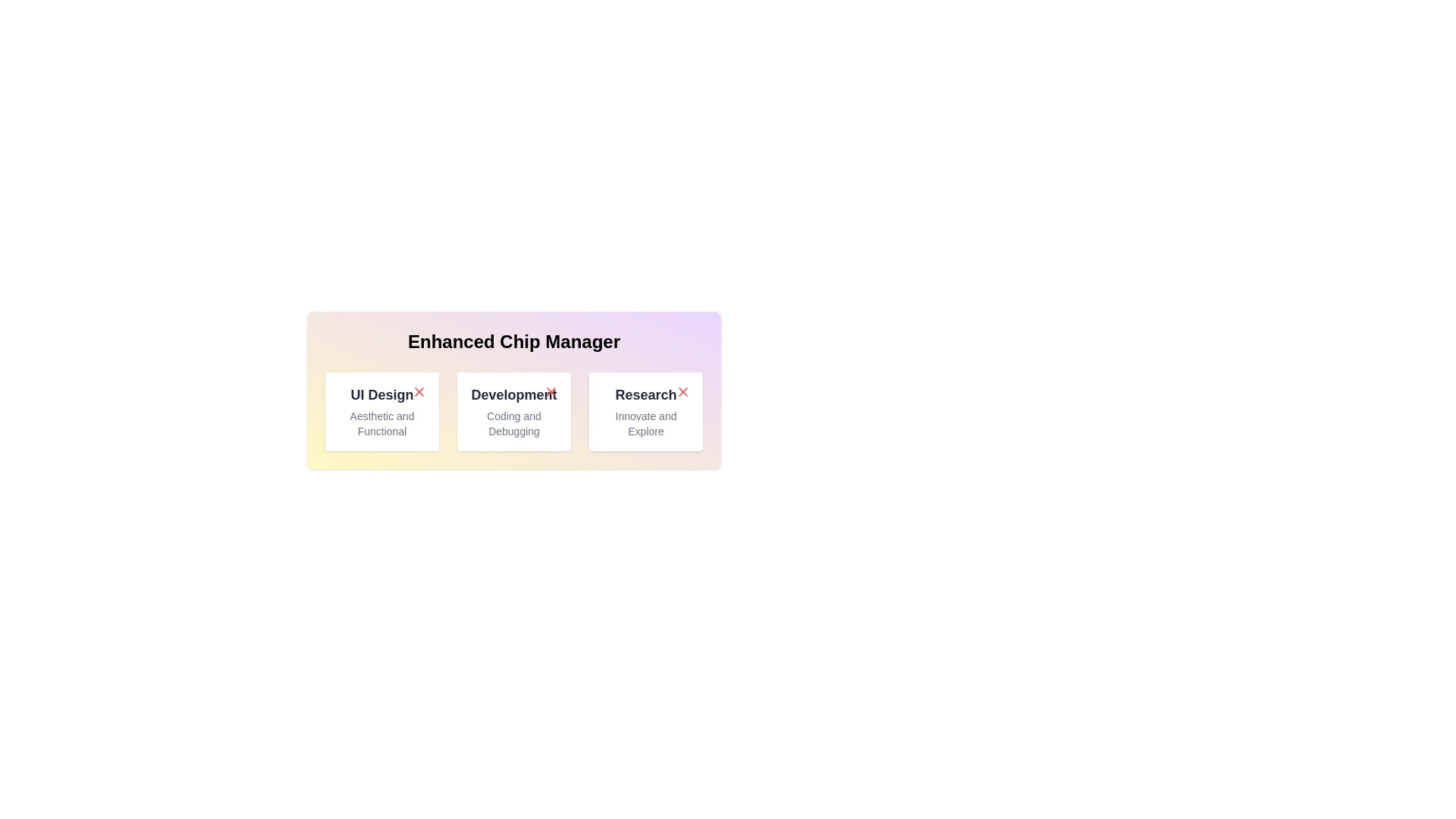  I want to click on close button of the chip labeled UI Design to remove it, so click(419, 391).